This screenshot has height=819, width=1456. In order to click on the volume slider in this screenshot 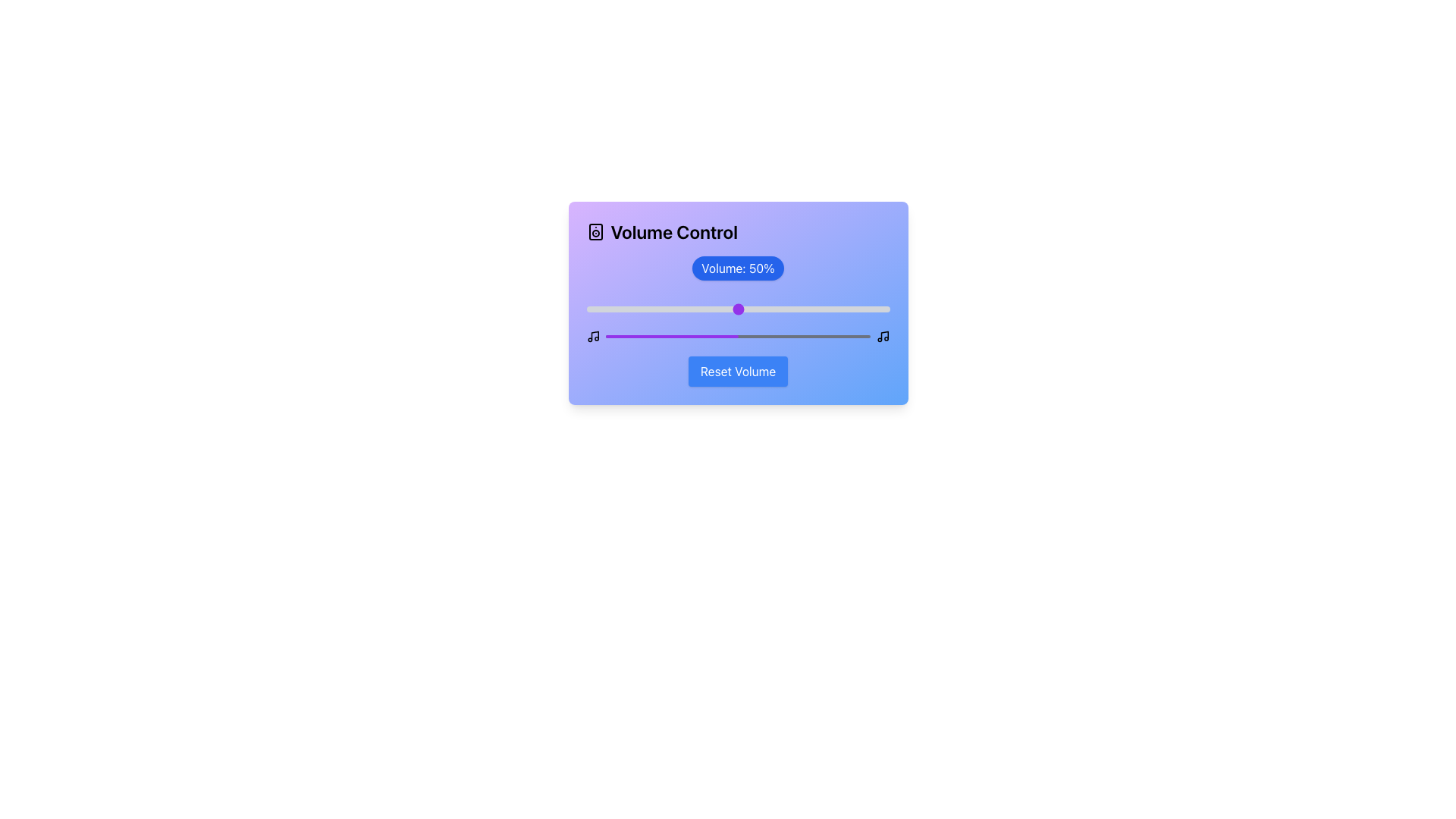, I will do `click(828, 309)`.